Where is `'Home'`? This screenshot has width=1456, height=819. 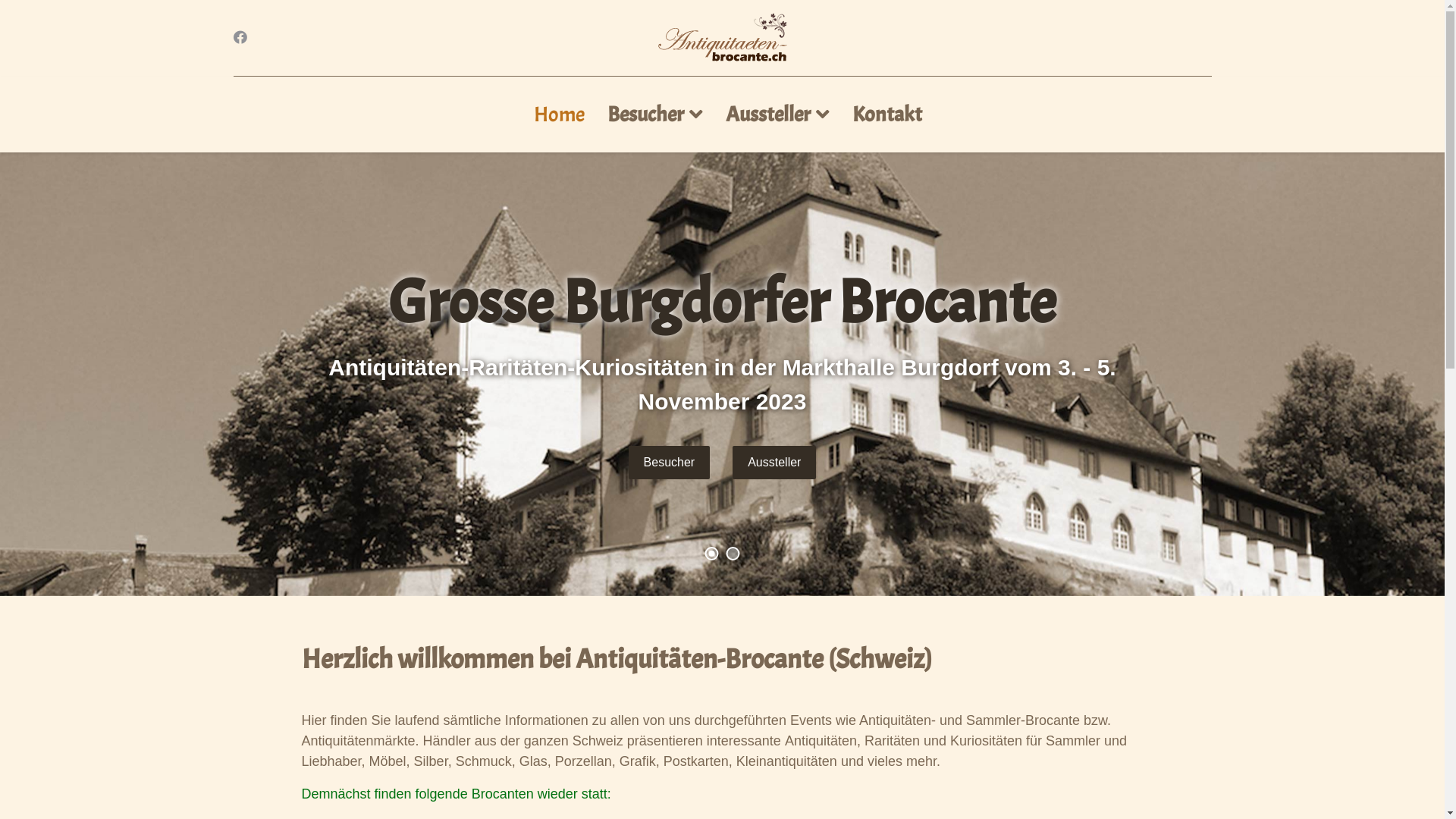 'Home' is located at coordinates (558, 113).